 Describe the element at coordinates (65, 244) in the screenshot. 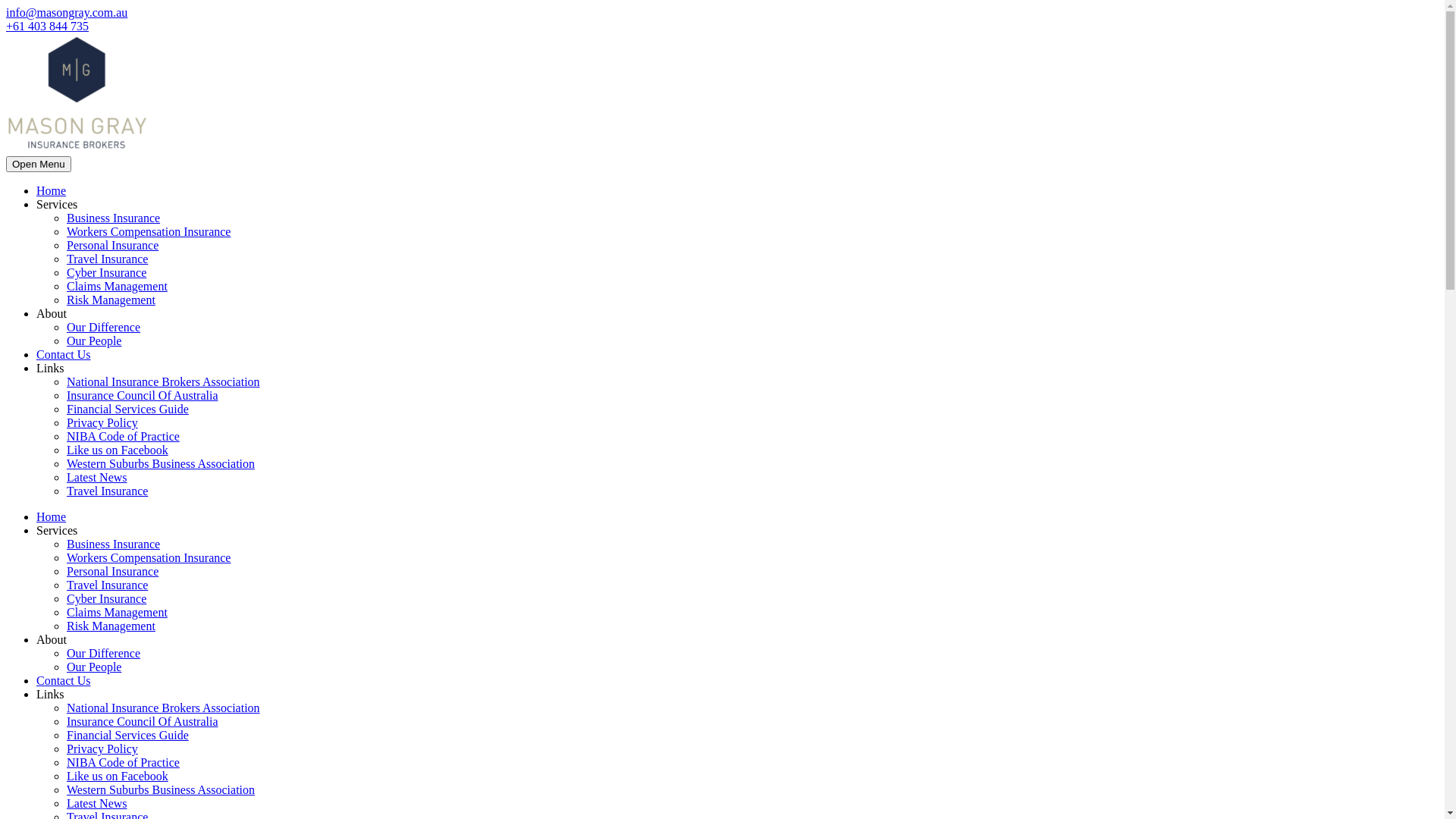

I see `'Personal Insurance'` at that location.